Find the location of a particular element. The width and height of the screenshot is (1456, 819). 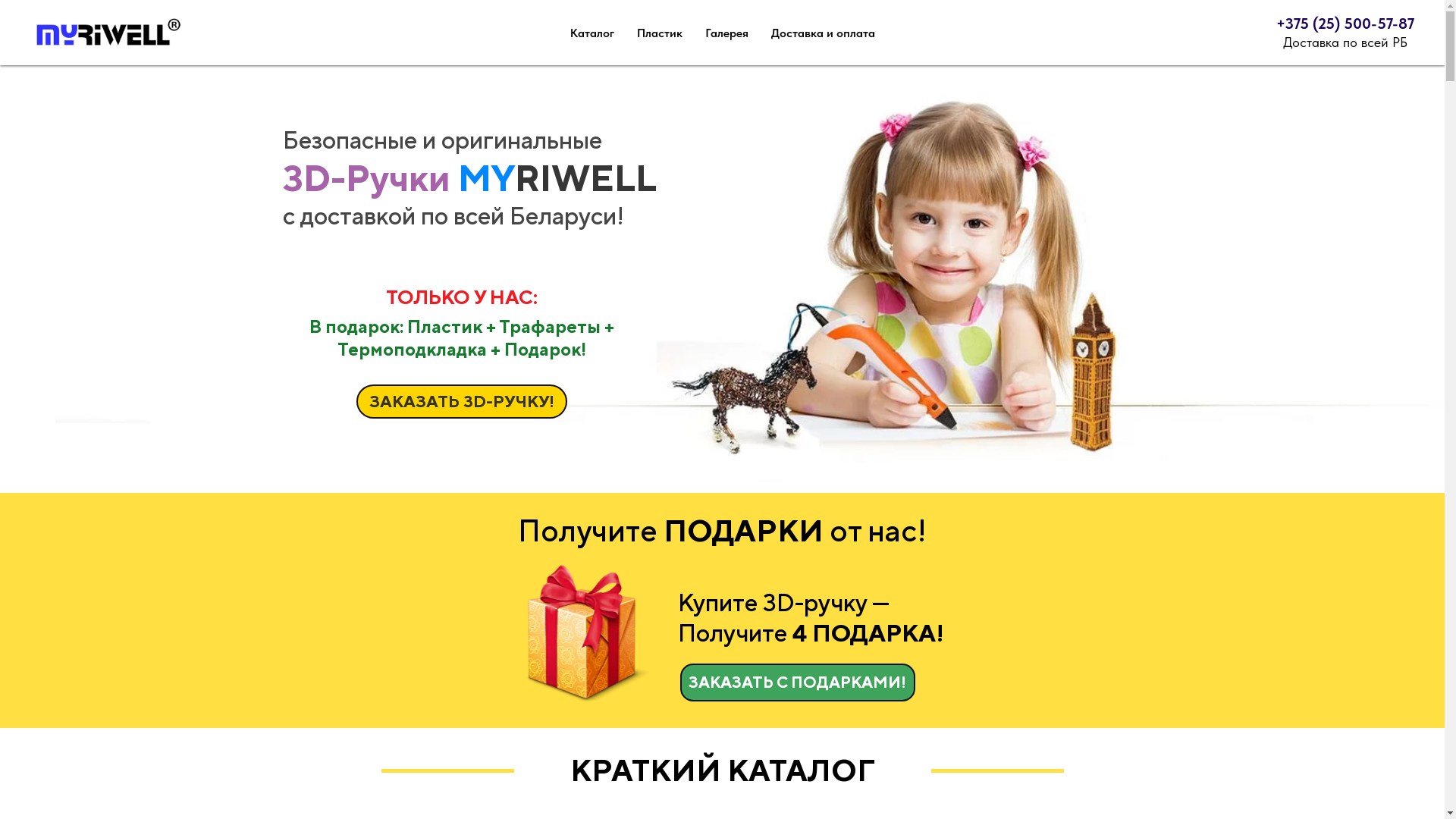

'+375 (25) 500-57-87' is located at coordinates (1345, 23).